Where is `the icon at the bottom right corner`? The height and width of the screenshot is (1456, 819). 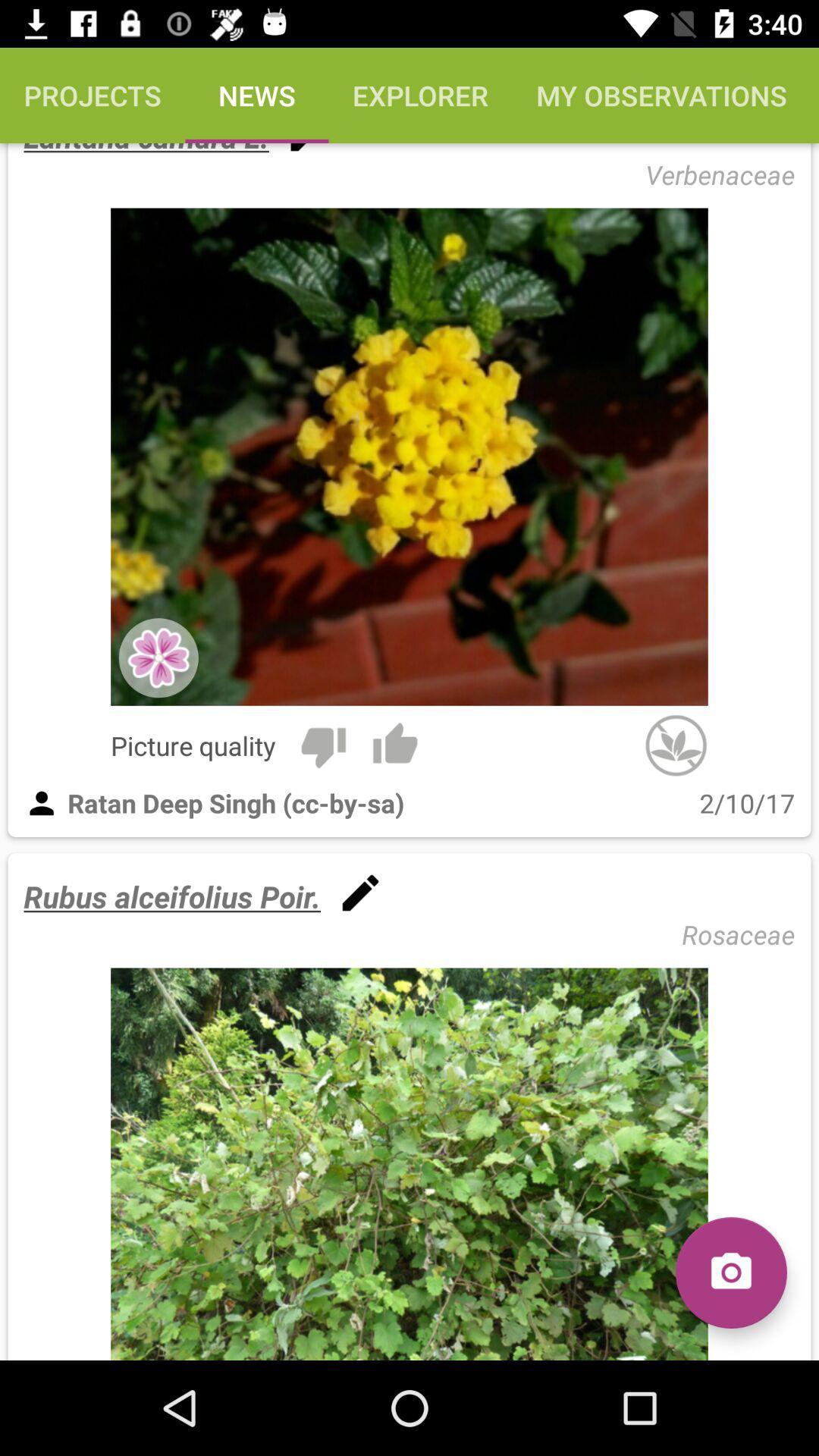
the icon at the bottom right corner is located at coordinates (730, 1272).